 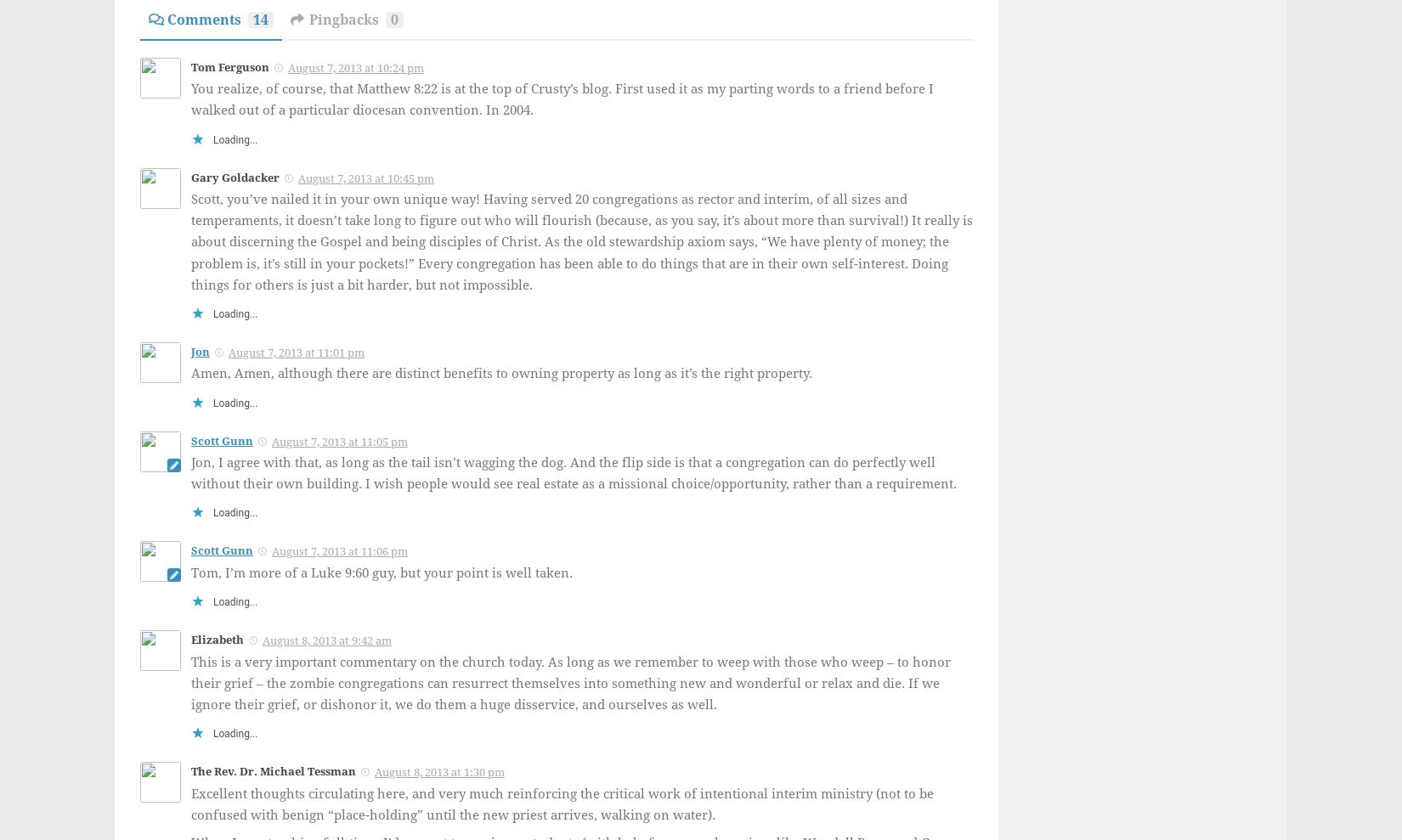 What do you see at coordinates (308, 18) in the screenshot?
I see `'Pingbacks'` at bounding box center [308, 18].